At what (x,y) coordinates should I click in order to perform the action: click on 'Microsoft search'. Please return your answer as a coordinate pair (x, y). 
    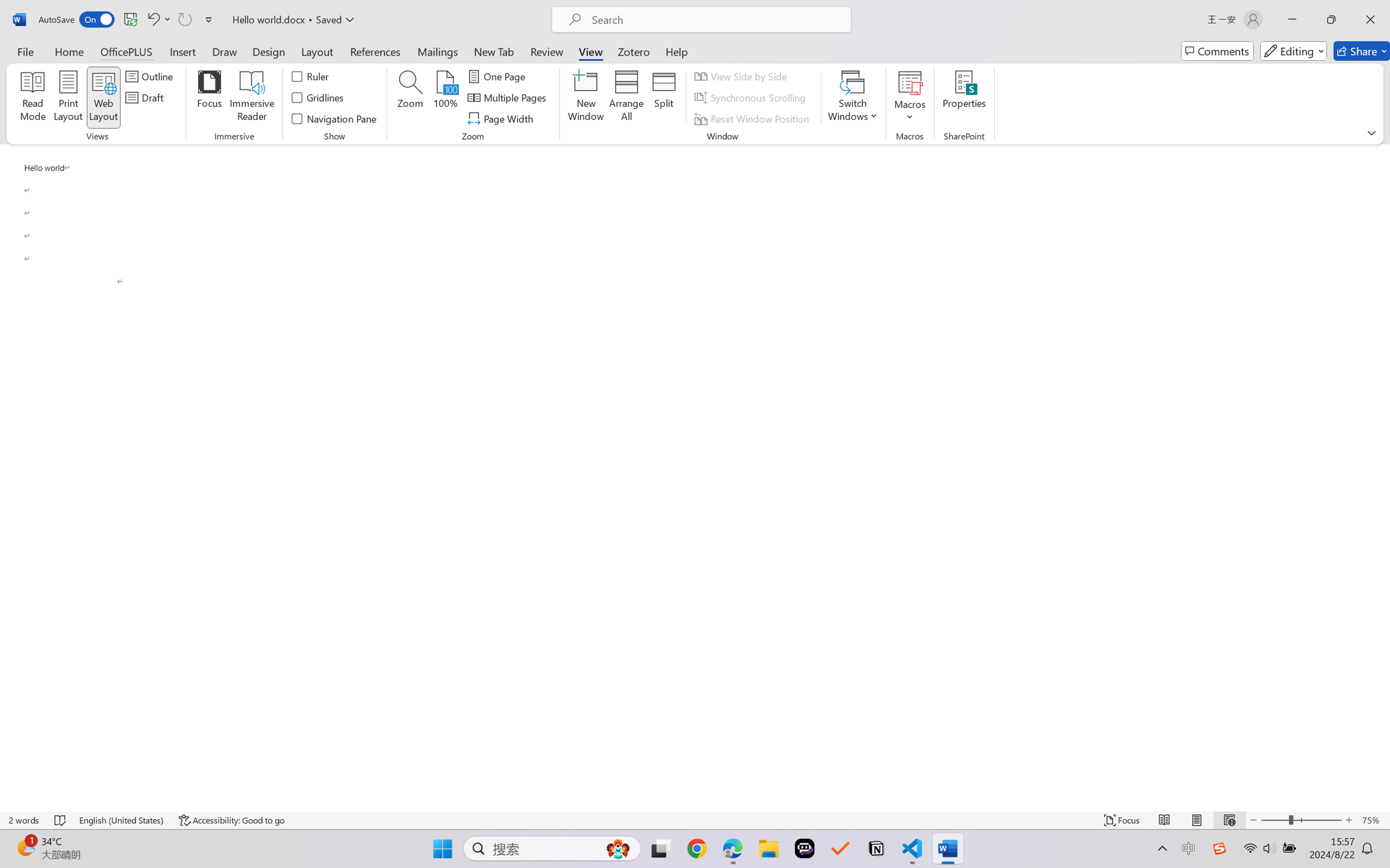
    Looking at the image, I should click on (716, 19).